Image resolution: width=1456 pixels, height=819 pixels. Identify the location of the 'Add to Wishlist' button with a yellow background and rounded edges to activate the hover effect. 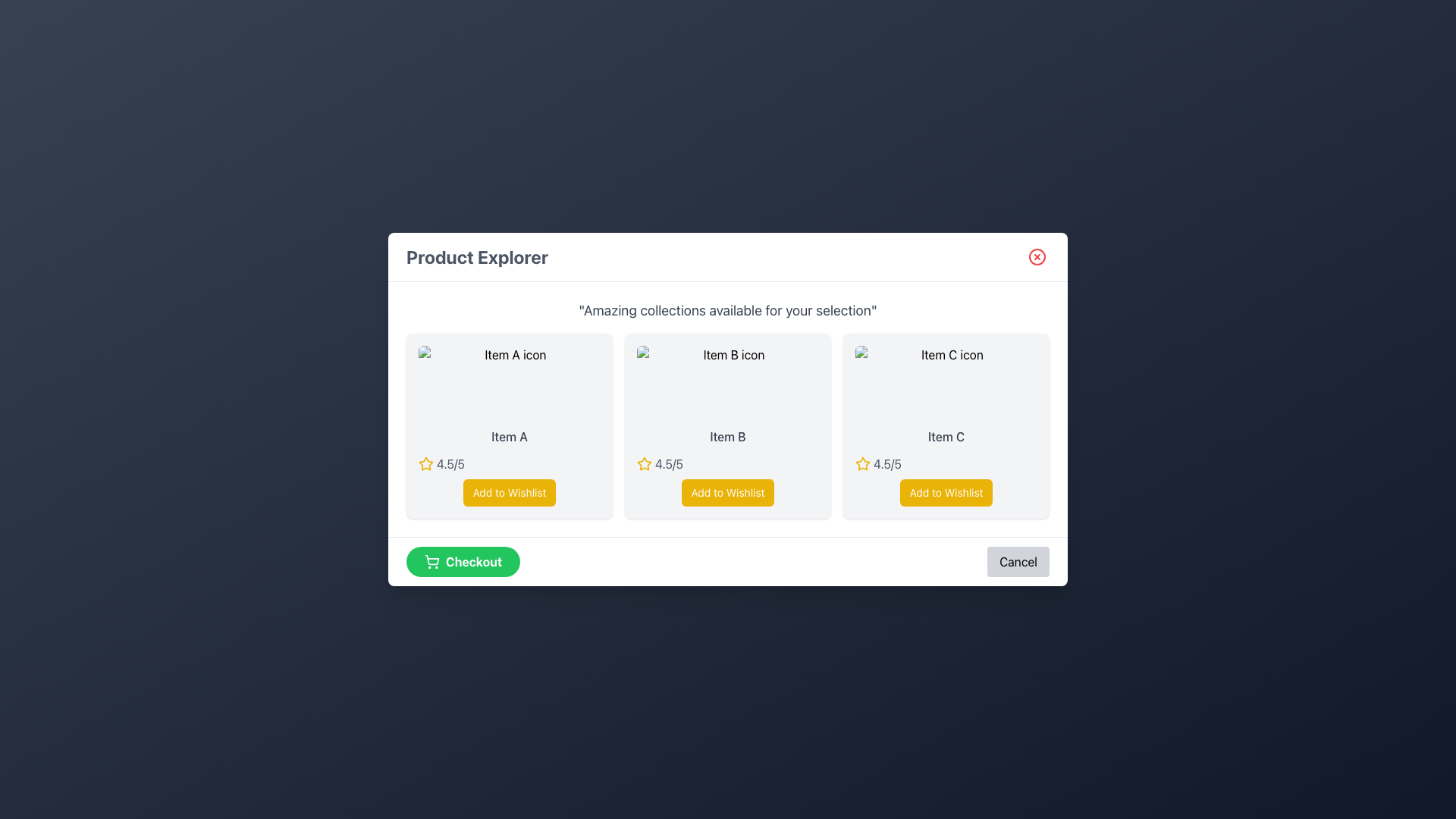
(728, 493).